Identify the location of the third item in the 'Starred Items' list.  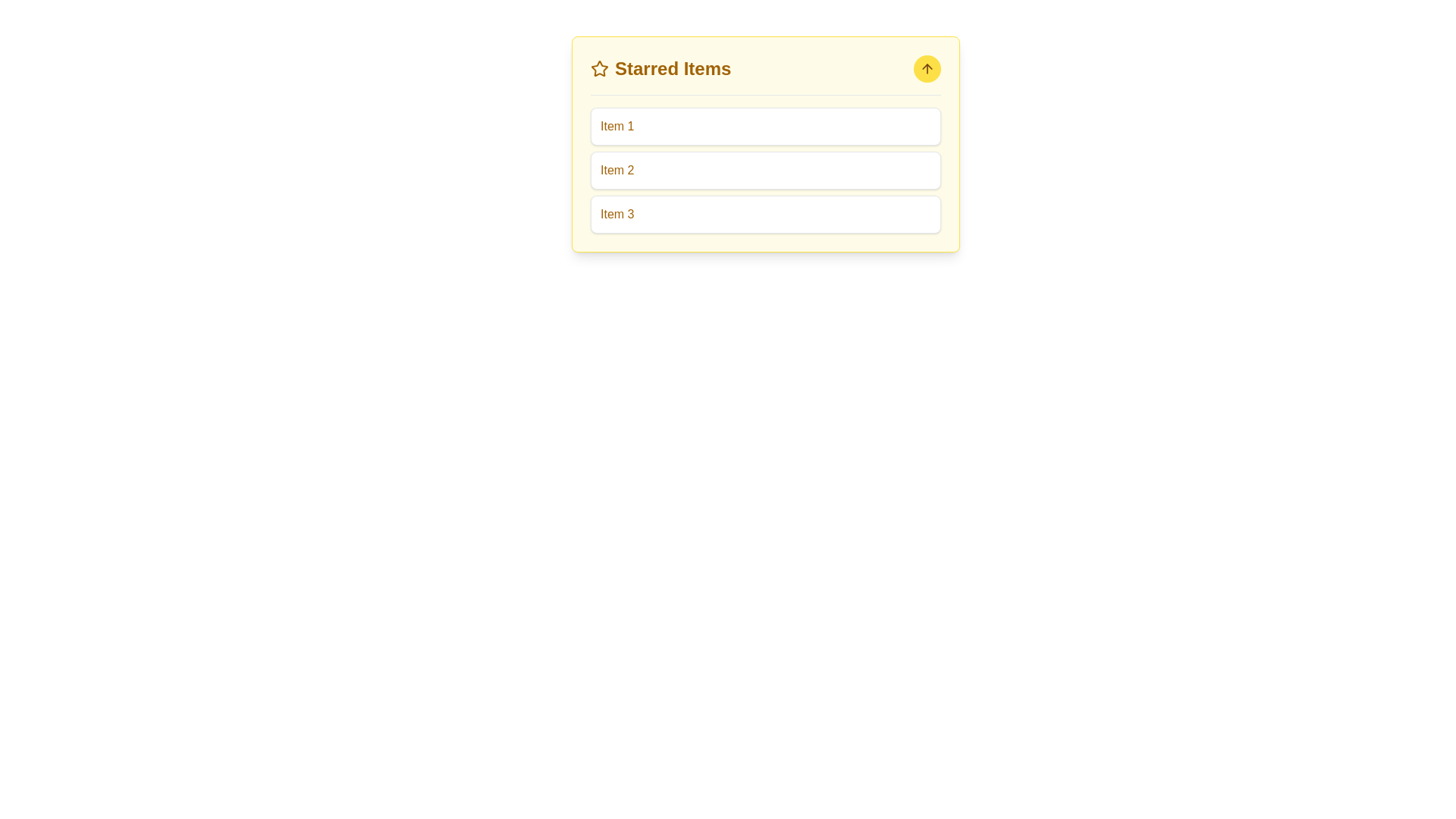
(765, 214).